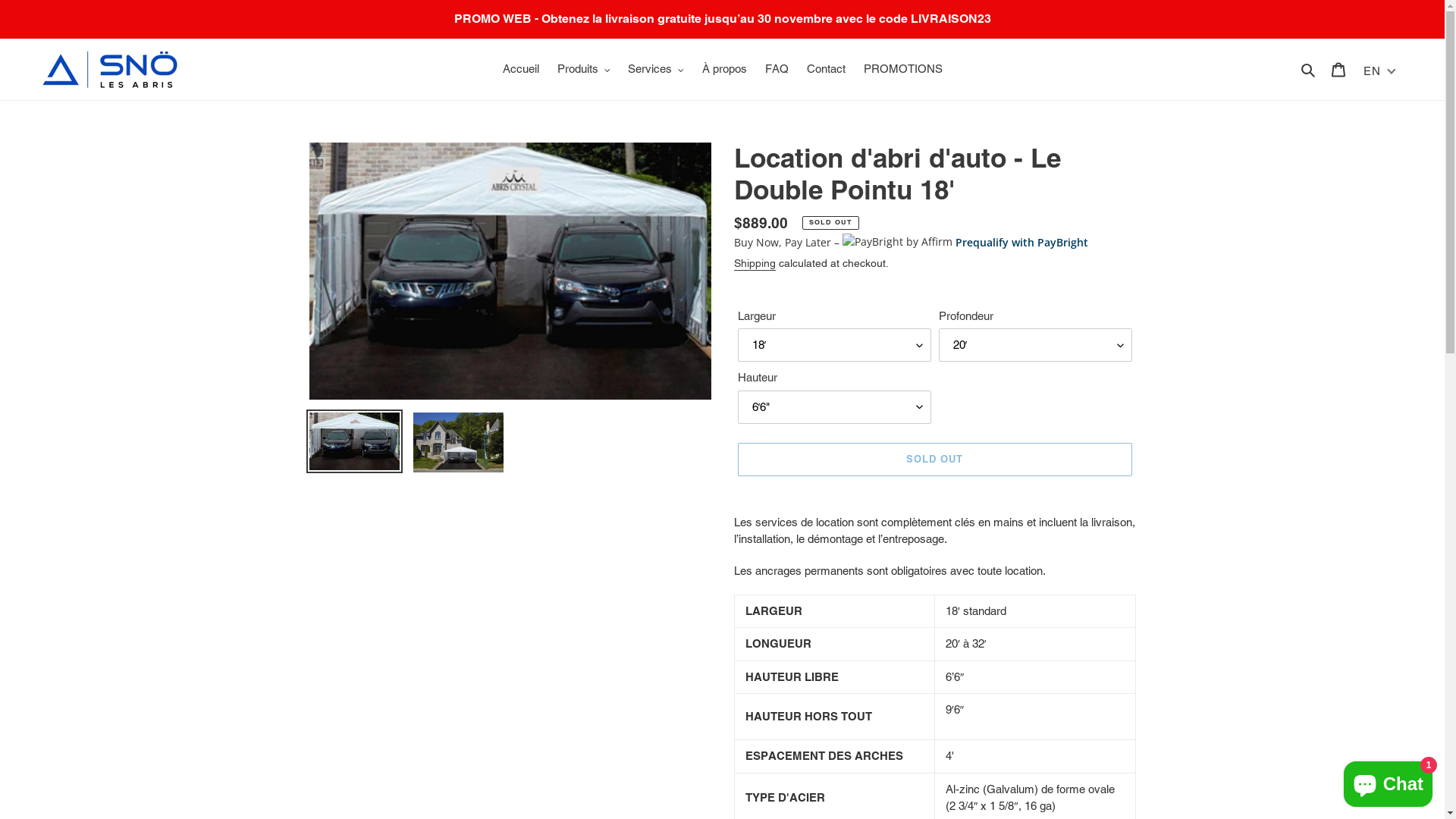 The width and height of the screenshot is (1456, 819). What do you see at coordinates (1021, 241) in the screenshot?
I see `'Prequalify with PayBright'` at bounding box center [1021, 241].